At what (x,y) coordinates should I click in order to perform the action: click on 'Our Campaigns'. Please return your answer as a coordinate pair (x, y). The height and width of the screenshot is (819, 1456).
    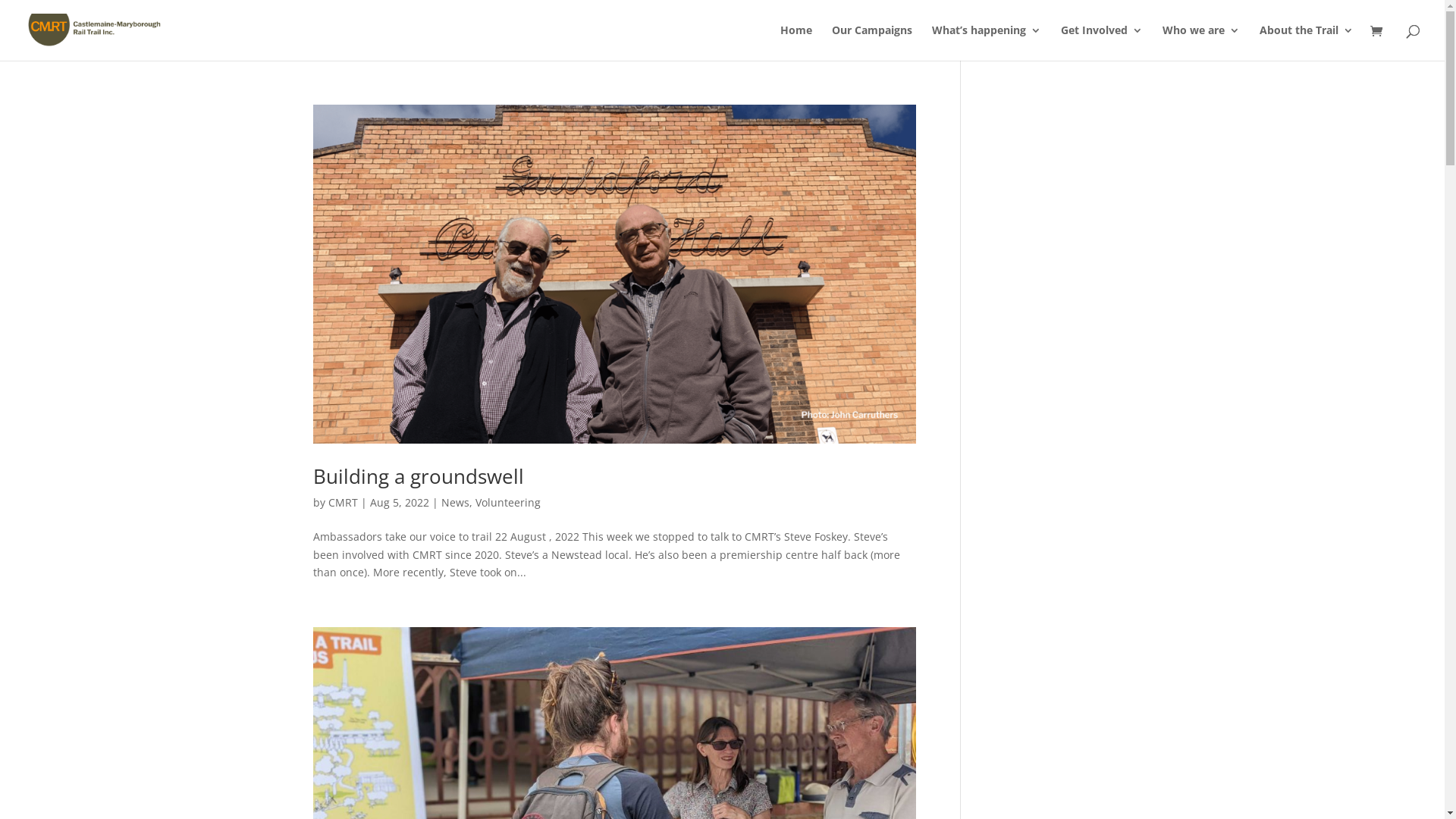
    Looking at the image, I should click on (872, 42).